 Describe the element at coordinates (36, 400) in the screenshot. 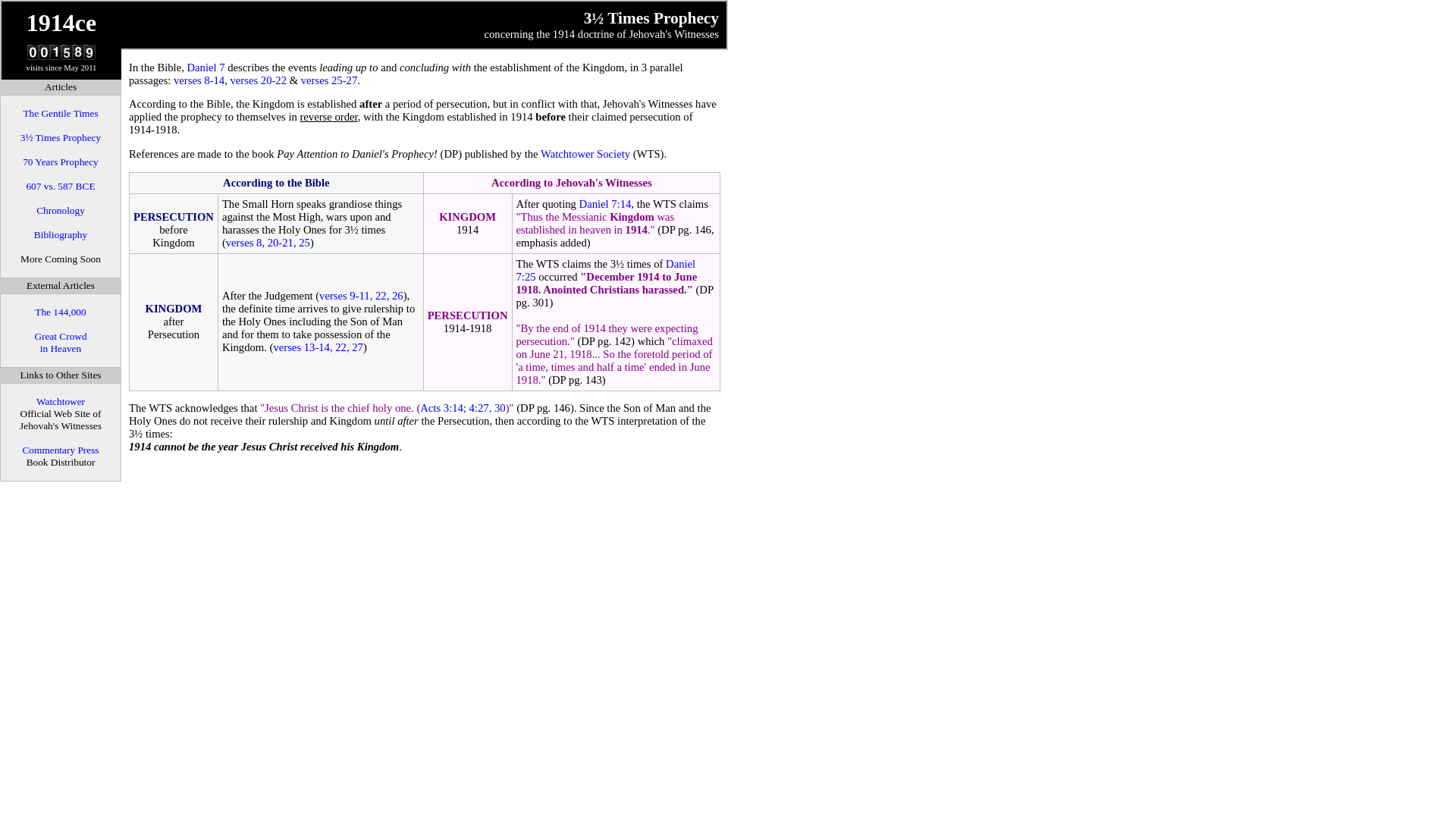

I see `'Watchtower'` at that location.